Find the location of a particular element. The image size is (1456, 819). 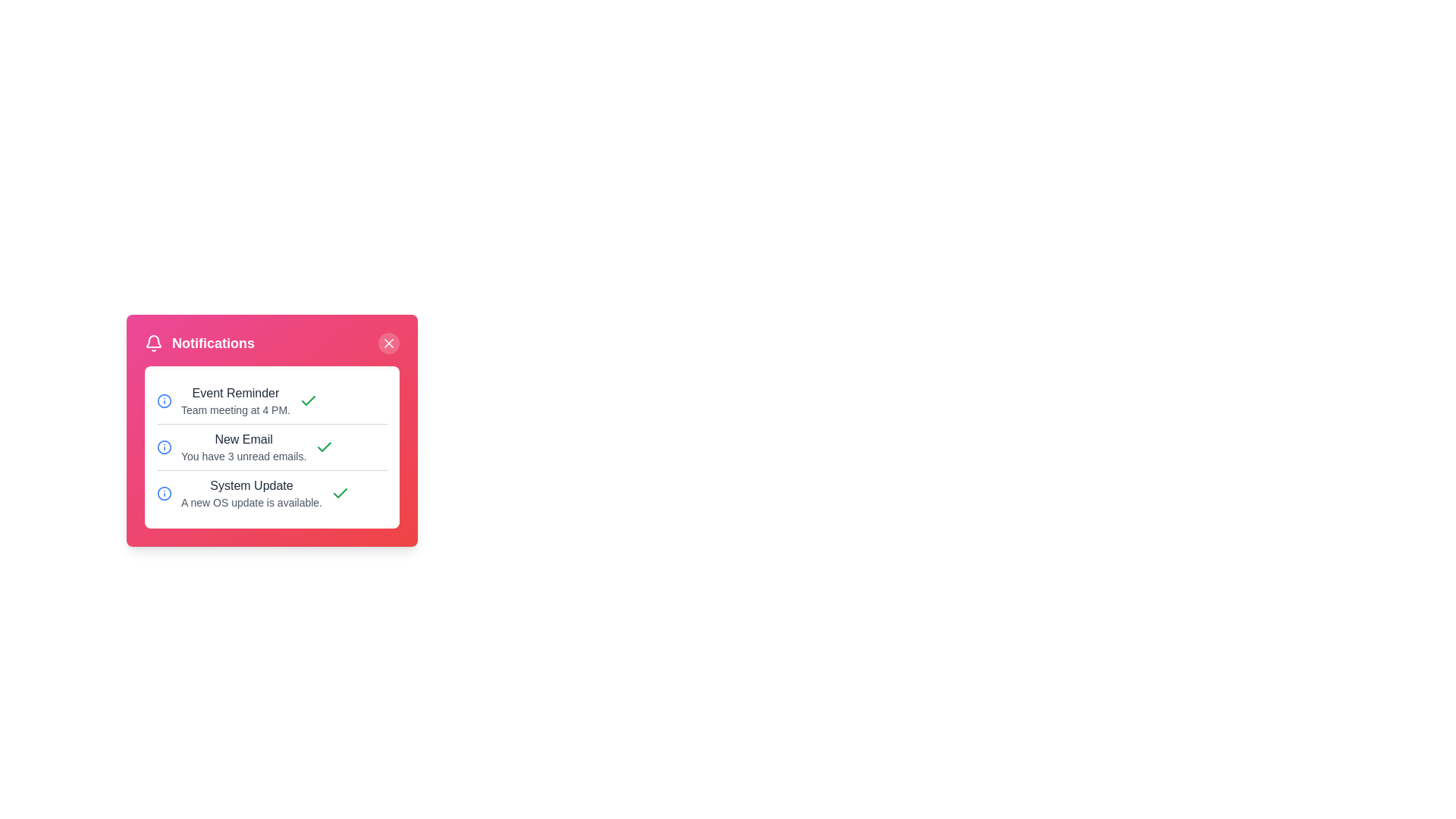

Status Indicator Icon, which is a green checkmark icon located at the far right of the 'New Email' notification within the notification card titled 'Notifications.' is located at coordinates (324, 447).